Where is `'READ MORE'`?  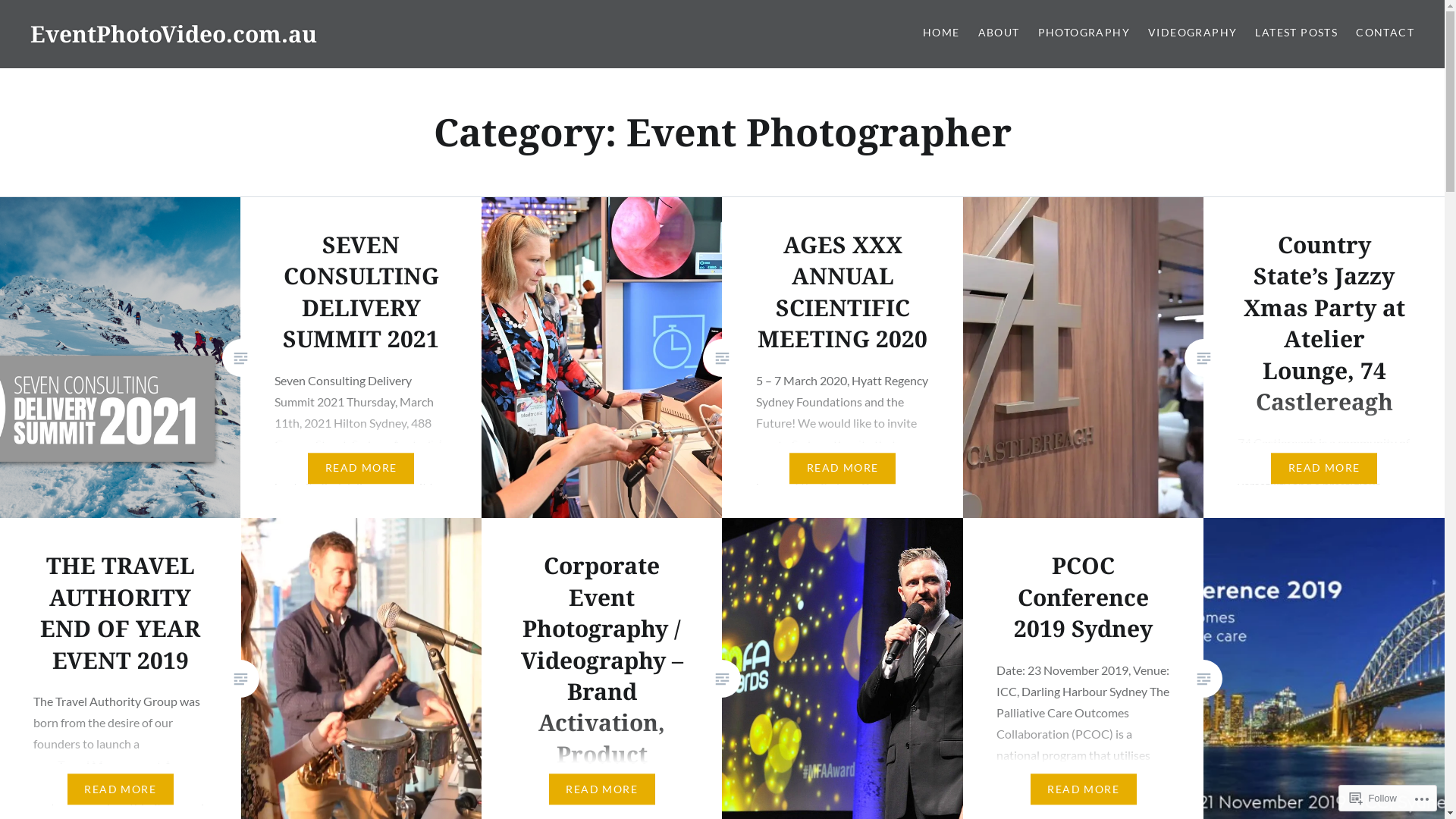
'READ MORE' is located at coordinates (789, 467).